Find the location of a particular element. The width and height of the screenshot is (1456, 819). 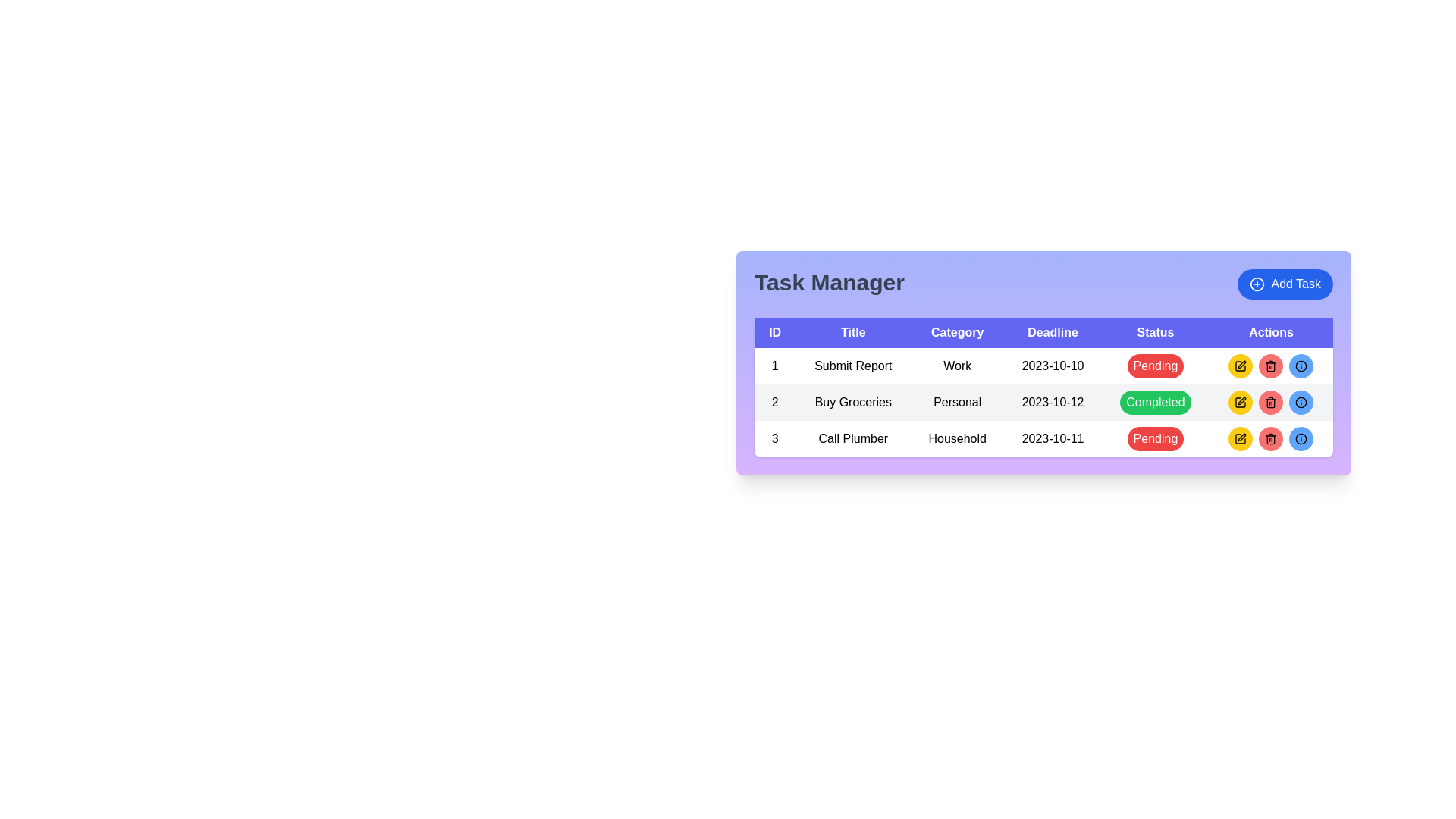

the circular button with a red background and a trash can icon located in the 'Actions' column of the last row in the task table is located at coordinates (1271, 438).